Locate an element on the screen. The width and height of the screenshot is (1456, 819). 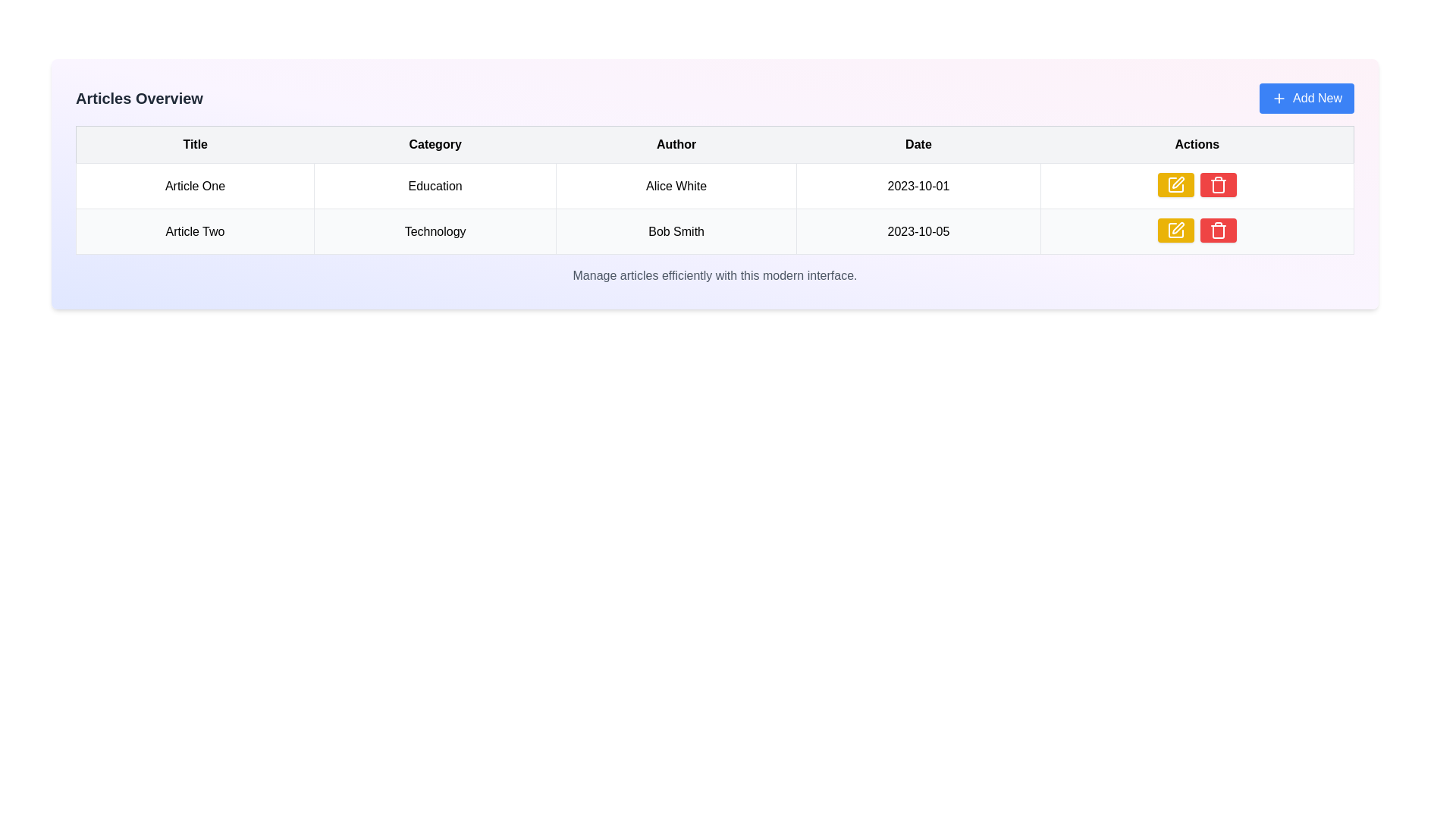
the edit icon within the yellow button located in the 'Actions' column of the second row in the table to initiate the edit action for the corresponding entry is located at coordinates (1175, 231).